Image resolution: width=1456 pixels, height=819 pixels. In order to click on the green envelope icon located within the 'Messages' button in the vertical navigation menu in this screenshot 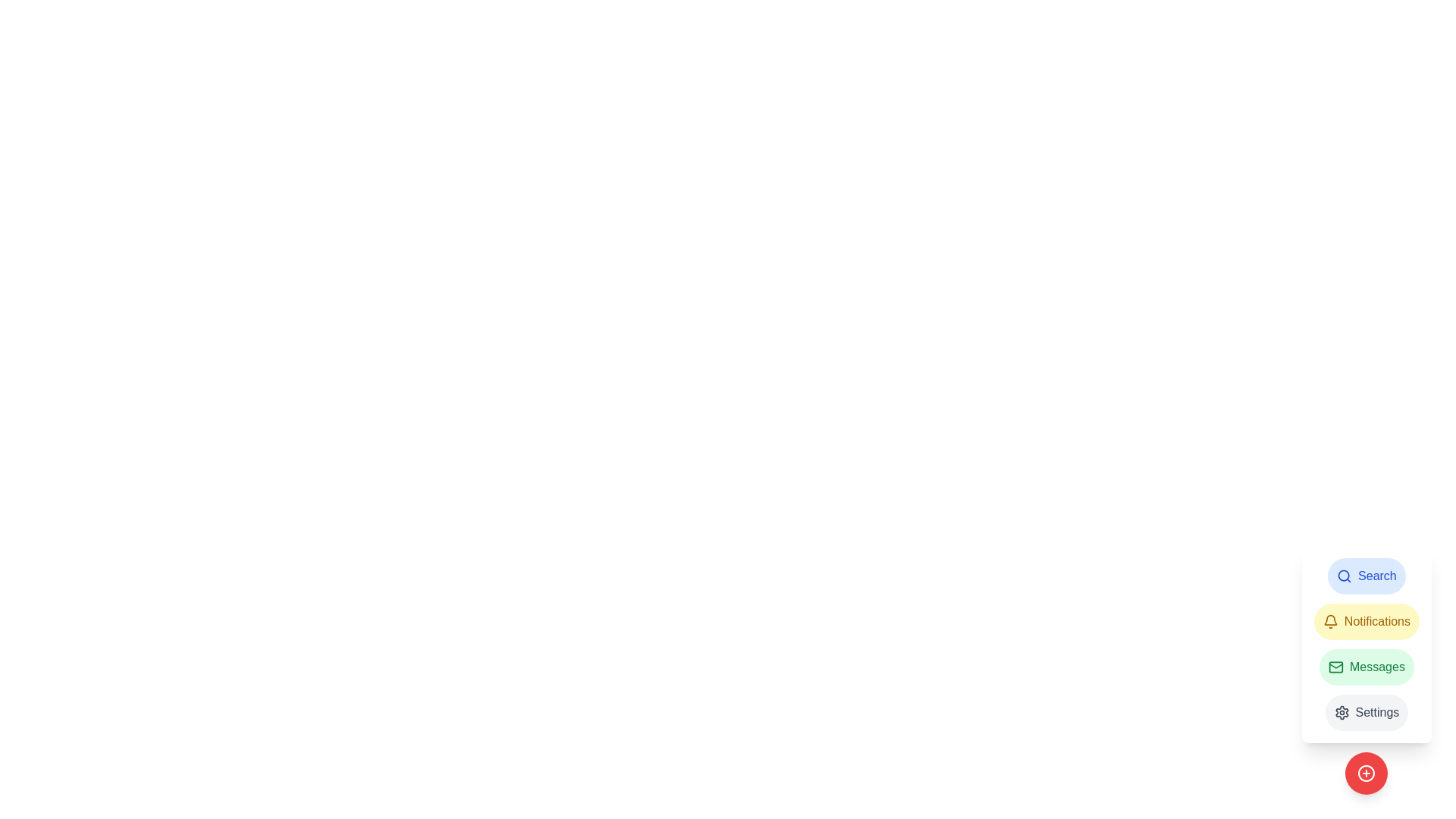, I will do `click(1335, 666)`.